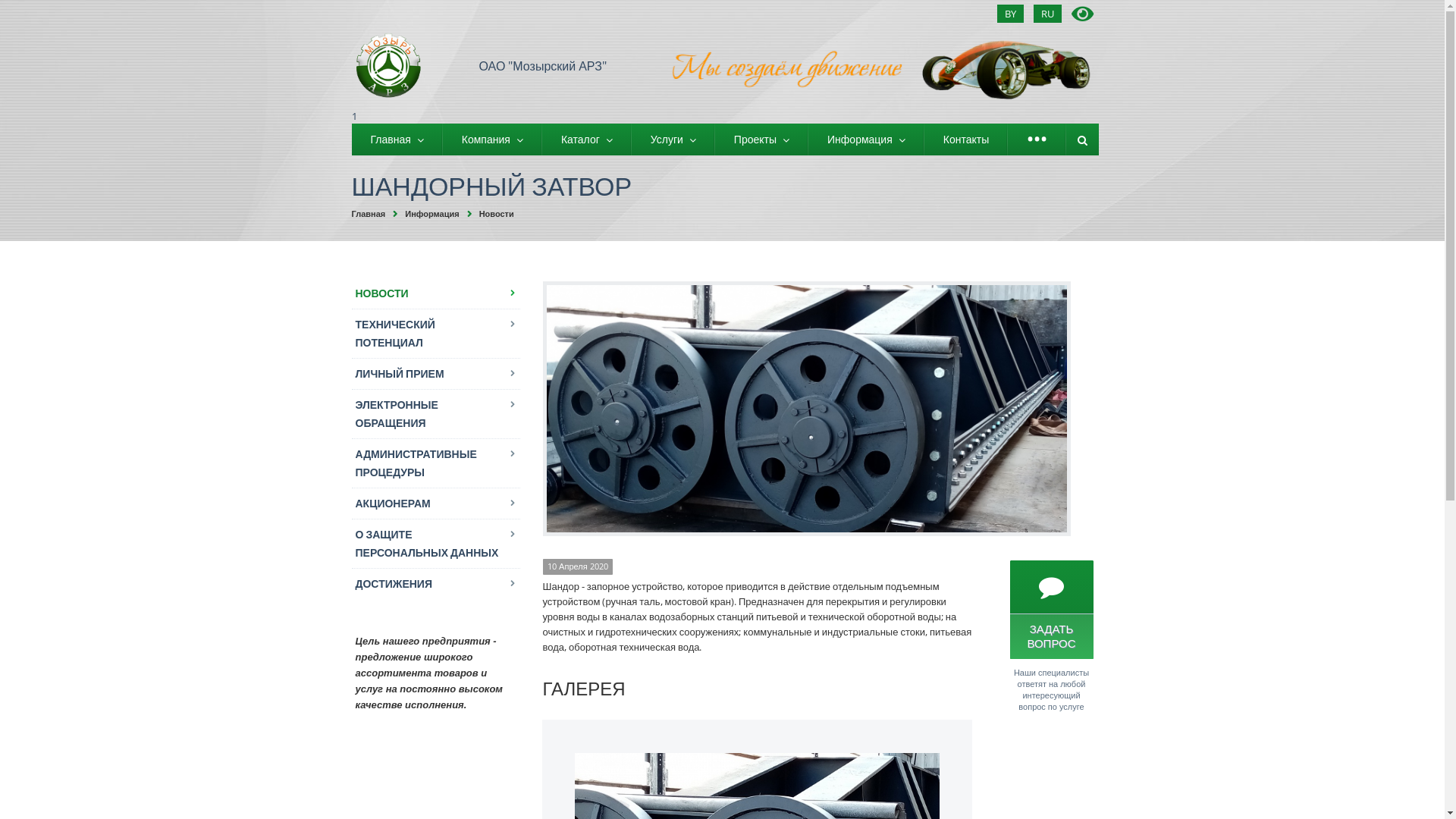  What do you see at coordinates (1046, 14) in the screenshot?
I see `'RU'` at bounding box center [1046, 14].